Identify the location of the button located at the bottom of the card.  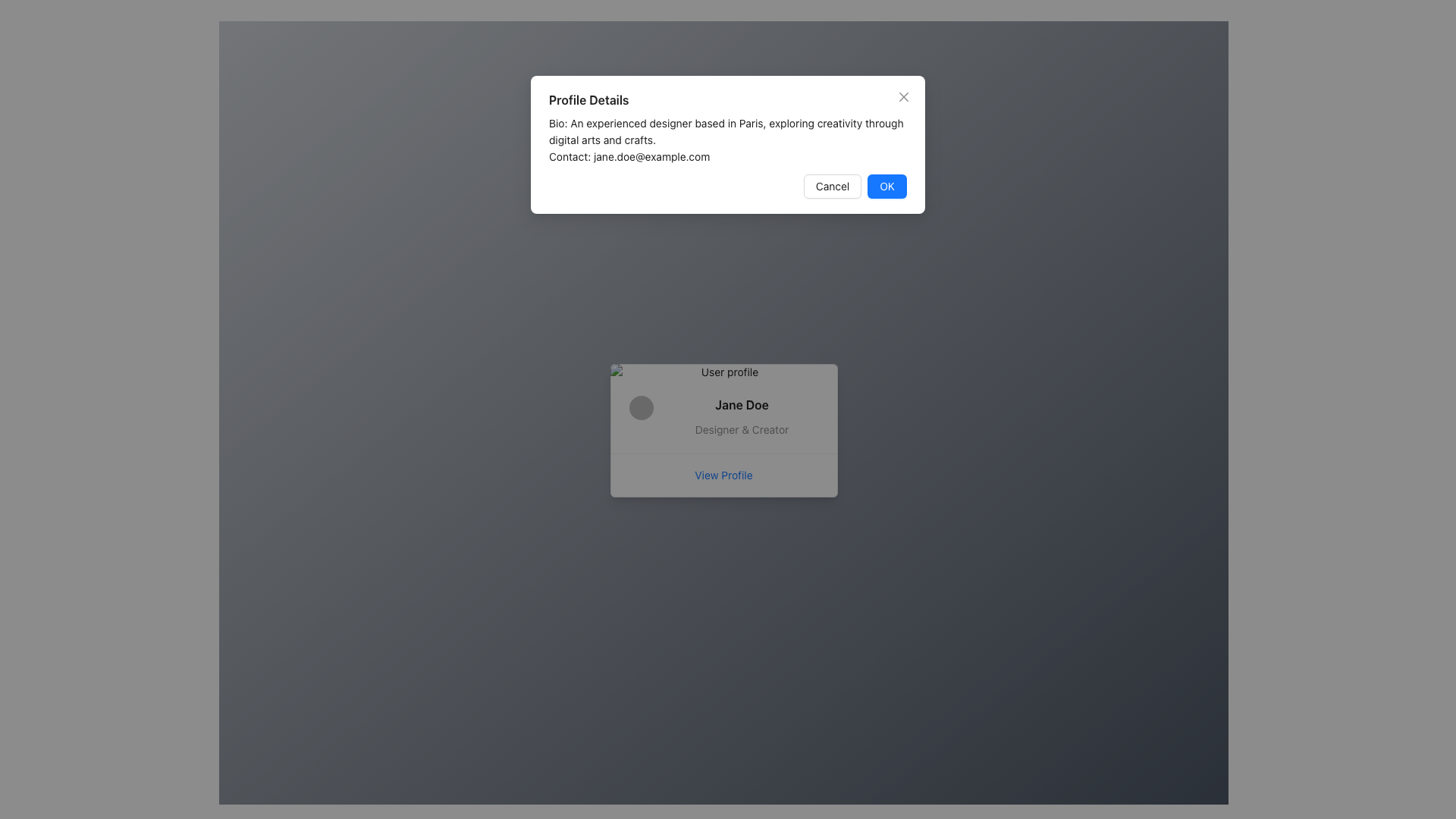
(723, 474).